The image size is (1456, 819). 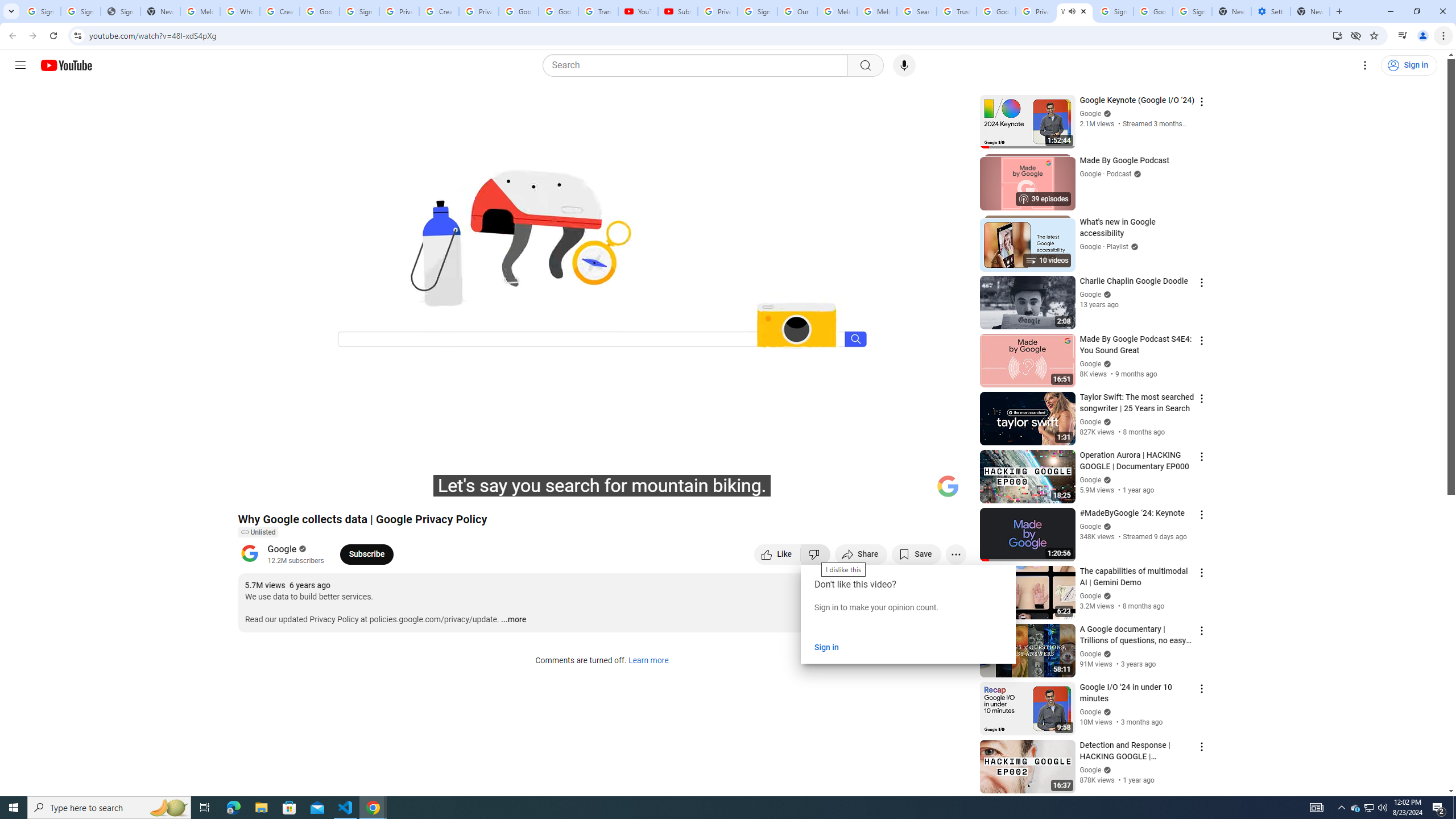 What do you see at coordinates (777, 553) in the screenshot?
I see `'Like'` at bounding box center [777, 553].